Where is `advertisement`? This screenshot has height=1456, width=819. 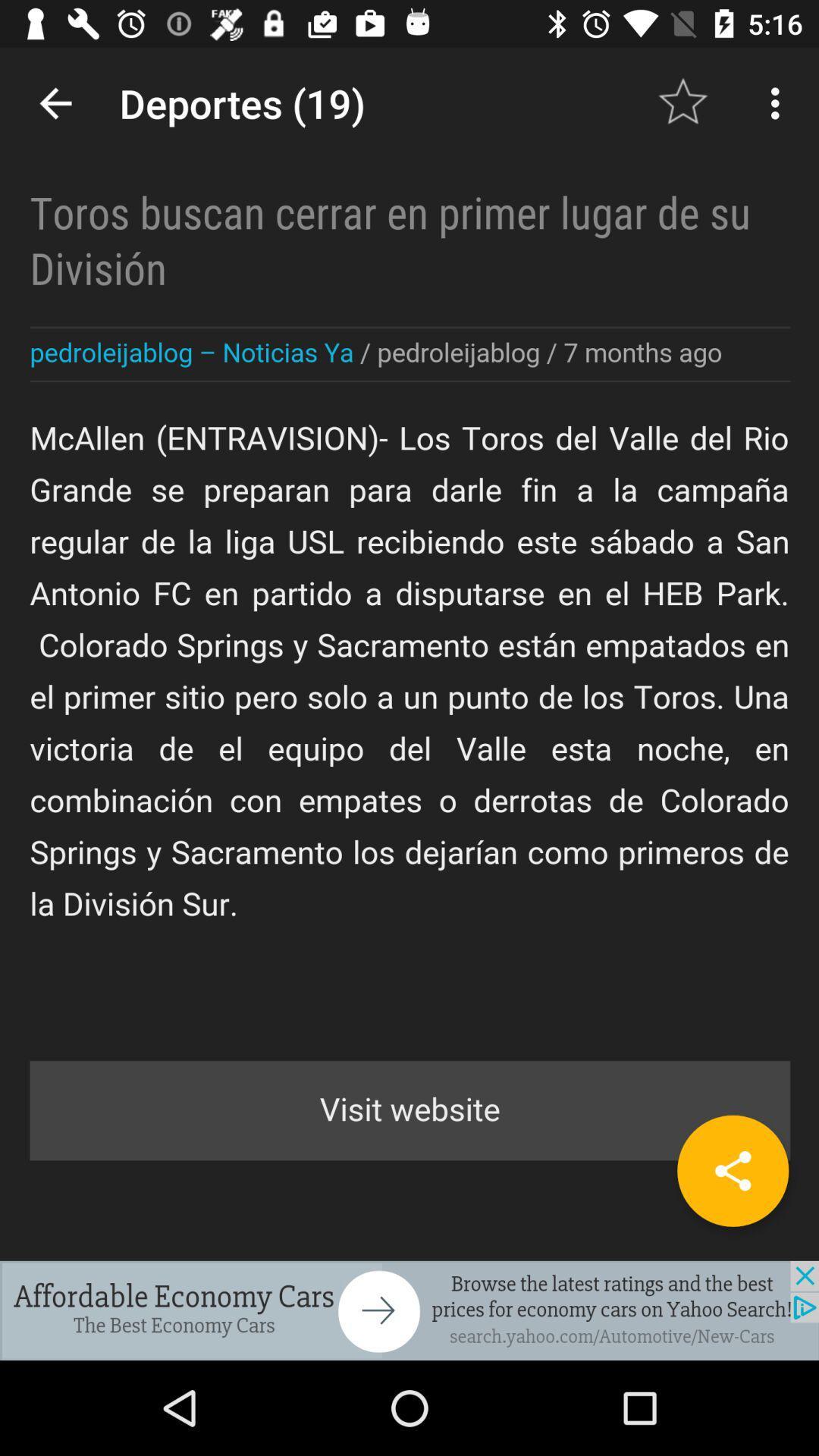 advertisement is located at coordinates (409, 1310).